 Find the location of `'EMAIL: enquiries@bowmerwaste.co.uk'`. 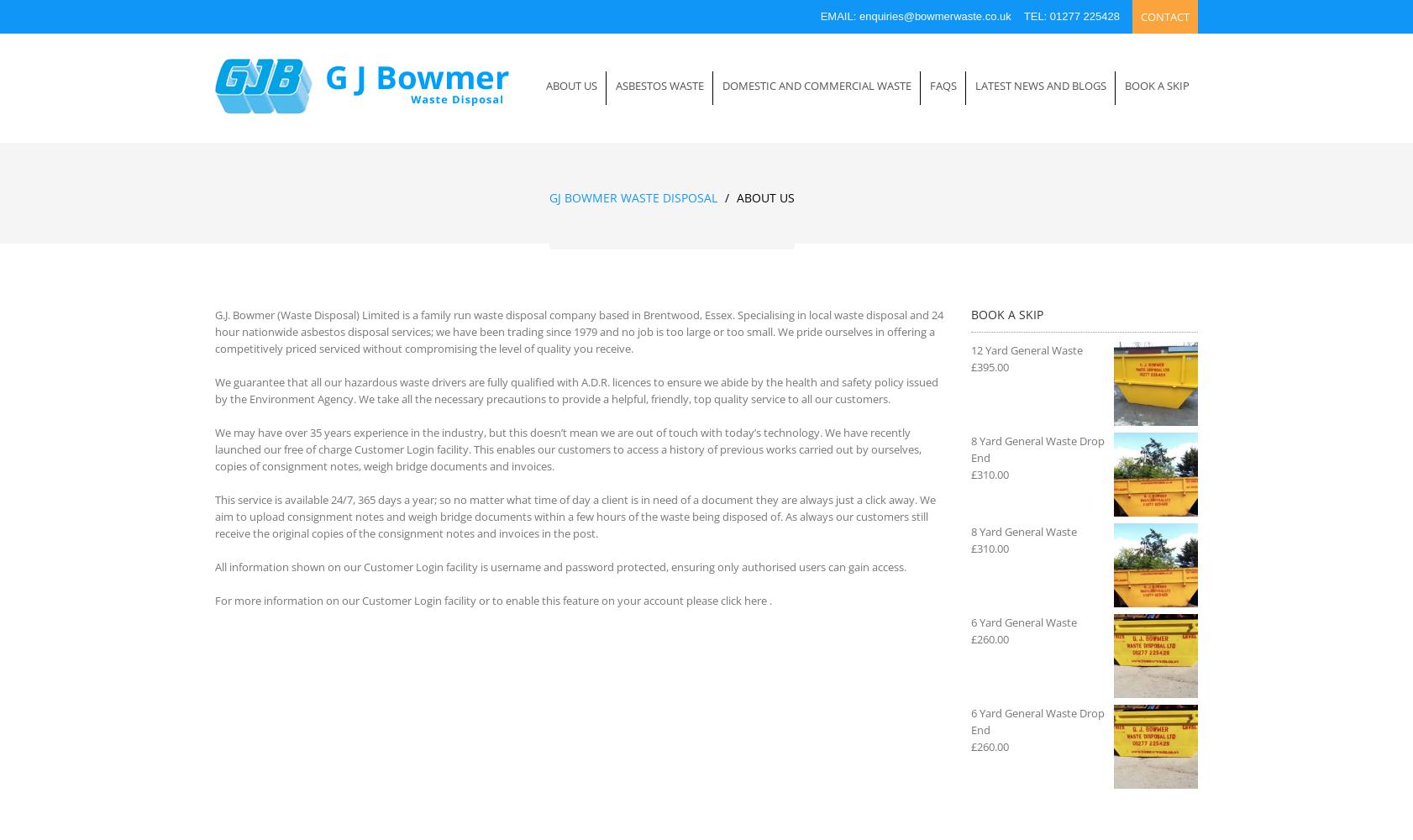

'EMAIL: enquiries@bowmerwaste.co.uk' is located at coordinates (819, 16).